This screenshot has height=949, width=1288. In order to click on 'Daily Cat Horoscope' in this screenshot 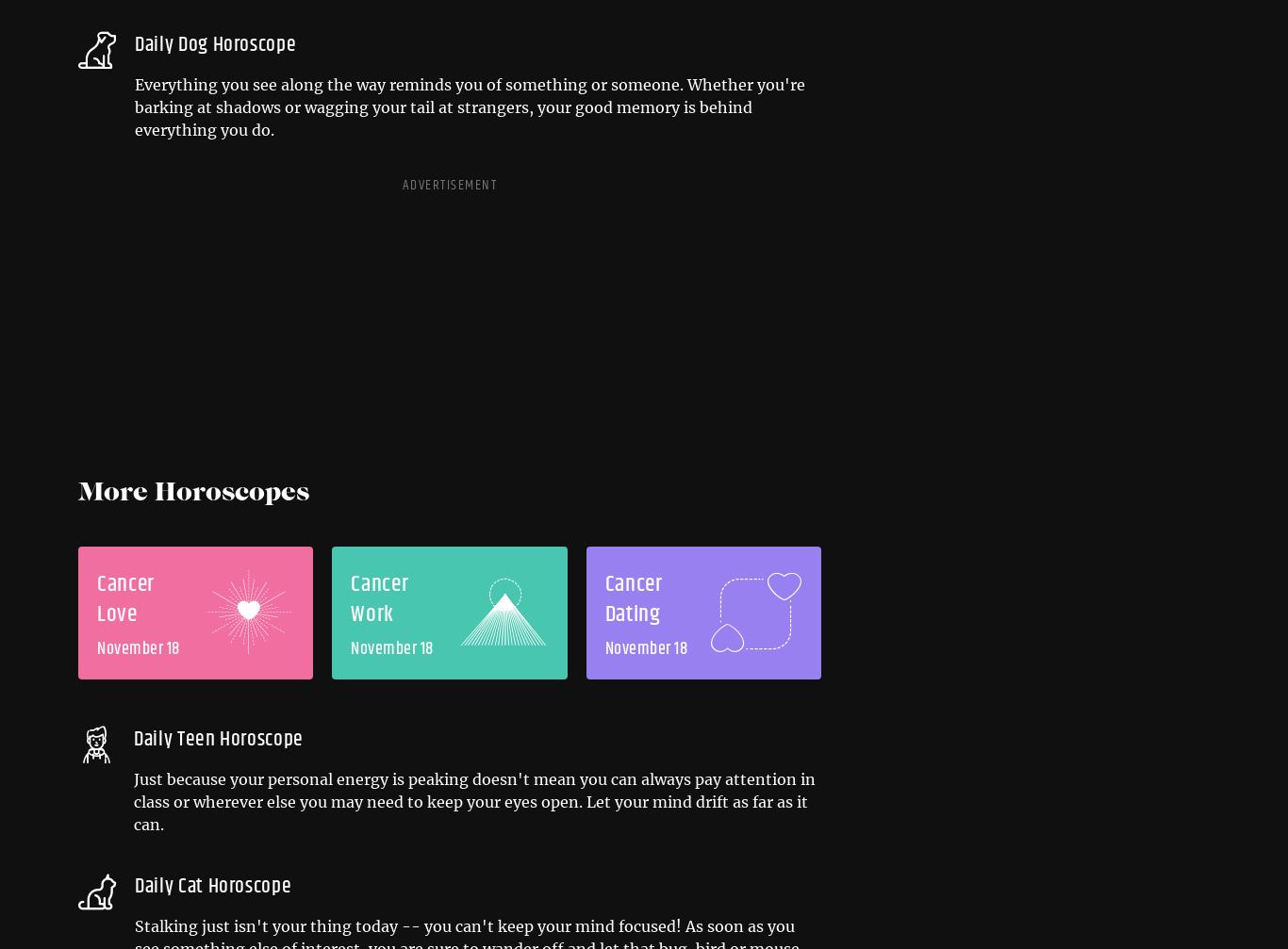, I will do `click(211, 886)`.